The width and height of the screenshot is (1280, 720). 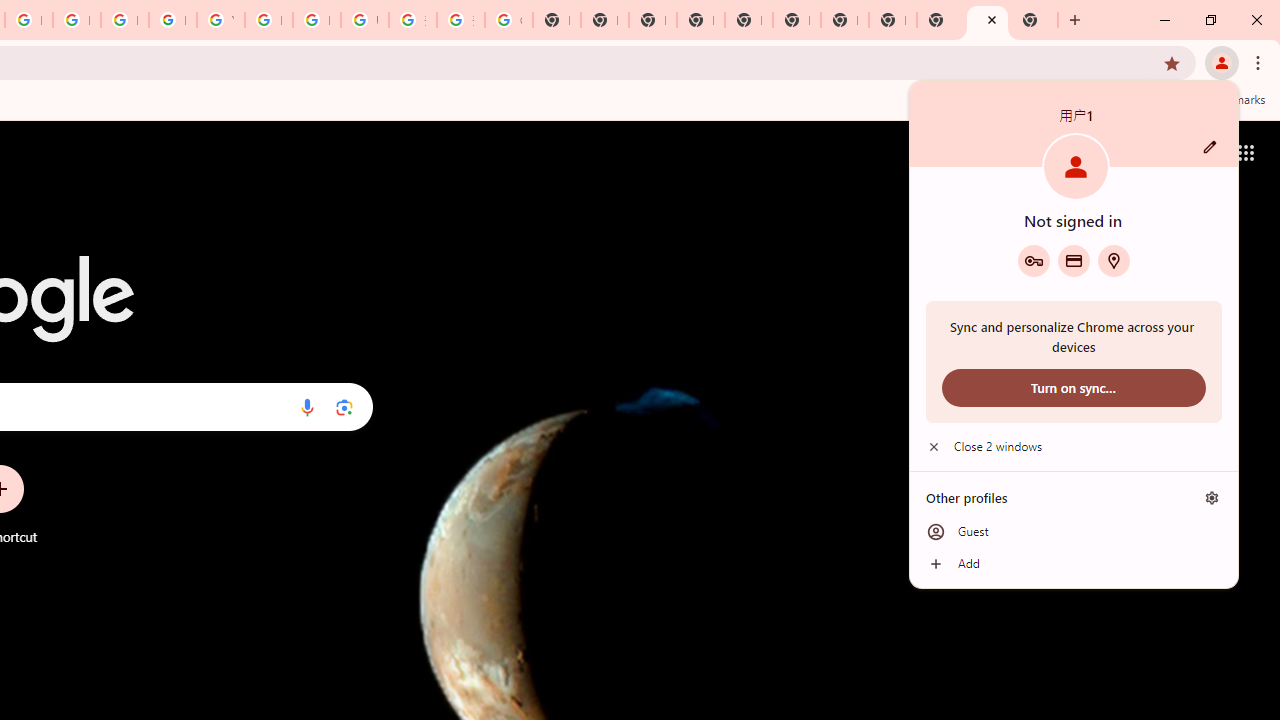 What do you see at coordinates (508, 20) in the screenshot?
I see `'Google Images'` at bounding box center [508, 20].